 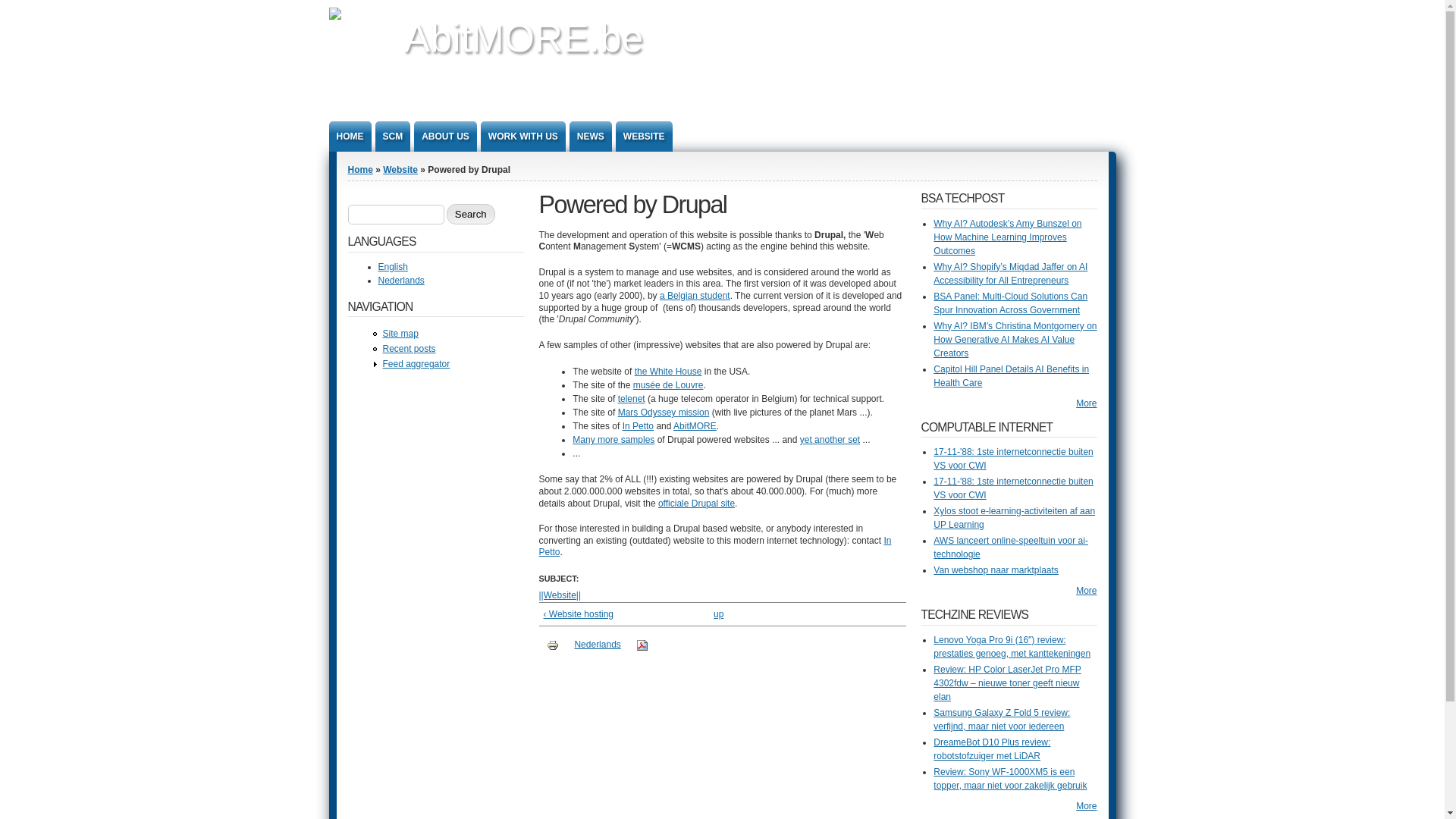 What do you see at coordinates (694, 426) in the screenshot?
I see `'AbitMORE'` at bounding box center [694, 426].